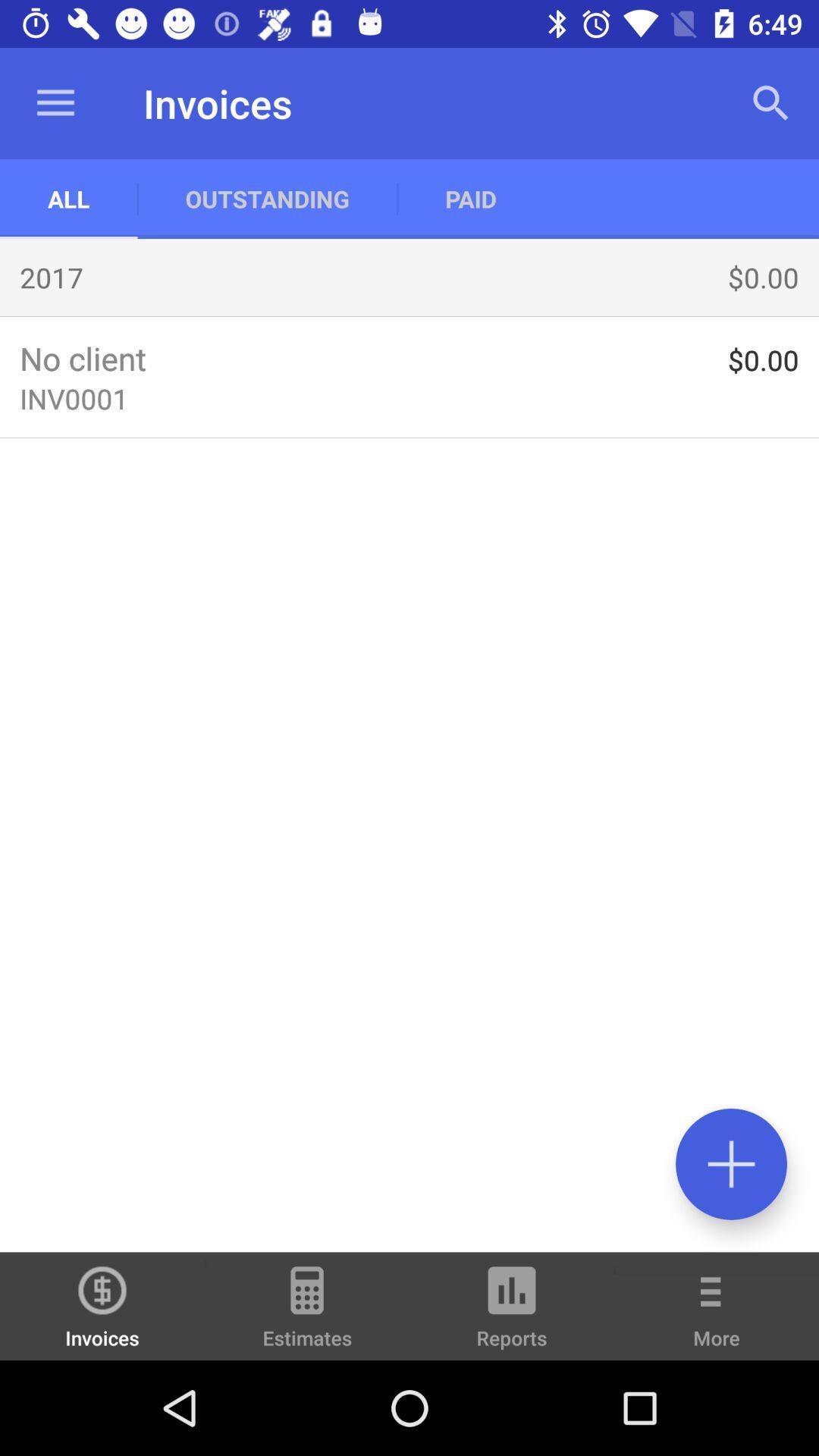  I want to click on item next to outstanding icon, so click(68, 198).